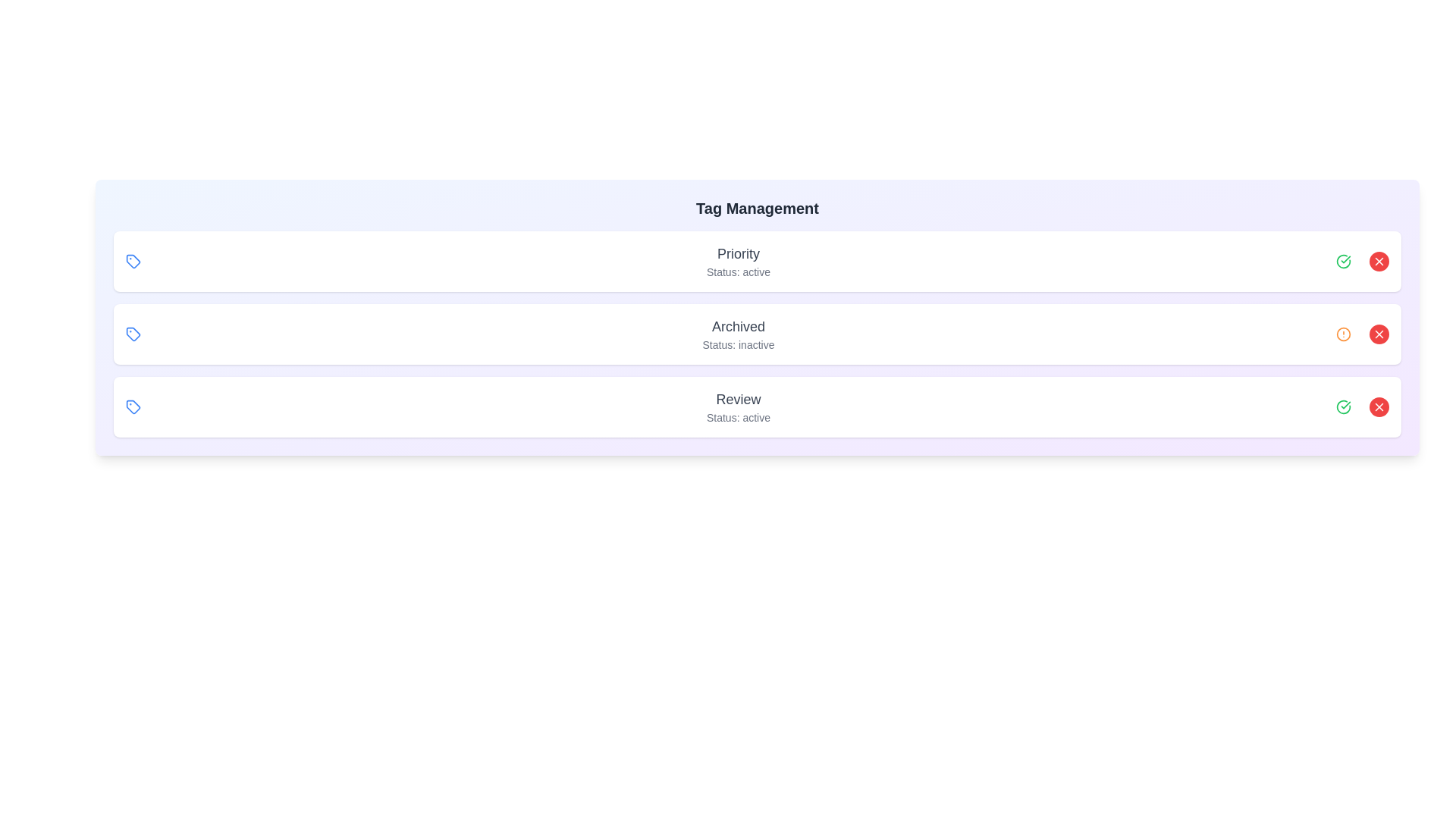 The height and width of the screenshot is (819, 1456). I want to click on the red 'X' button to remove the tag with name Priority, so click(1379, 260).